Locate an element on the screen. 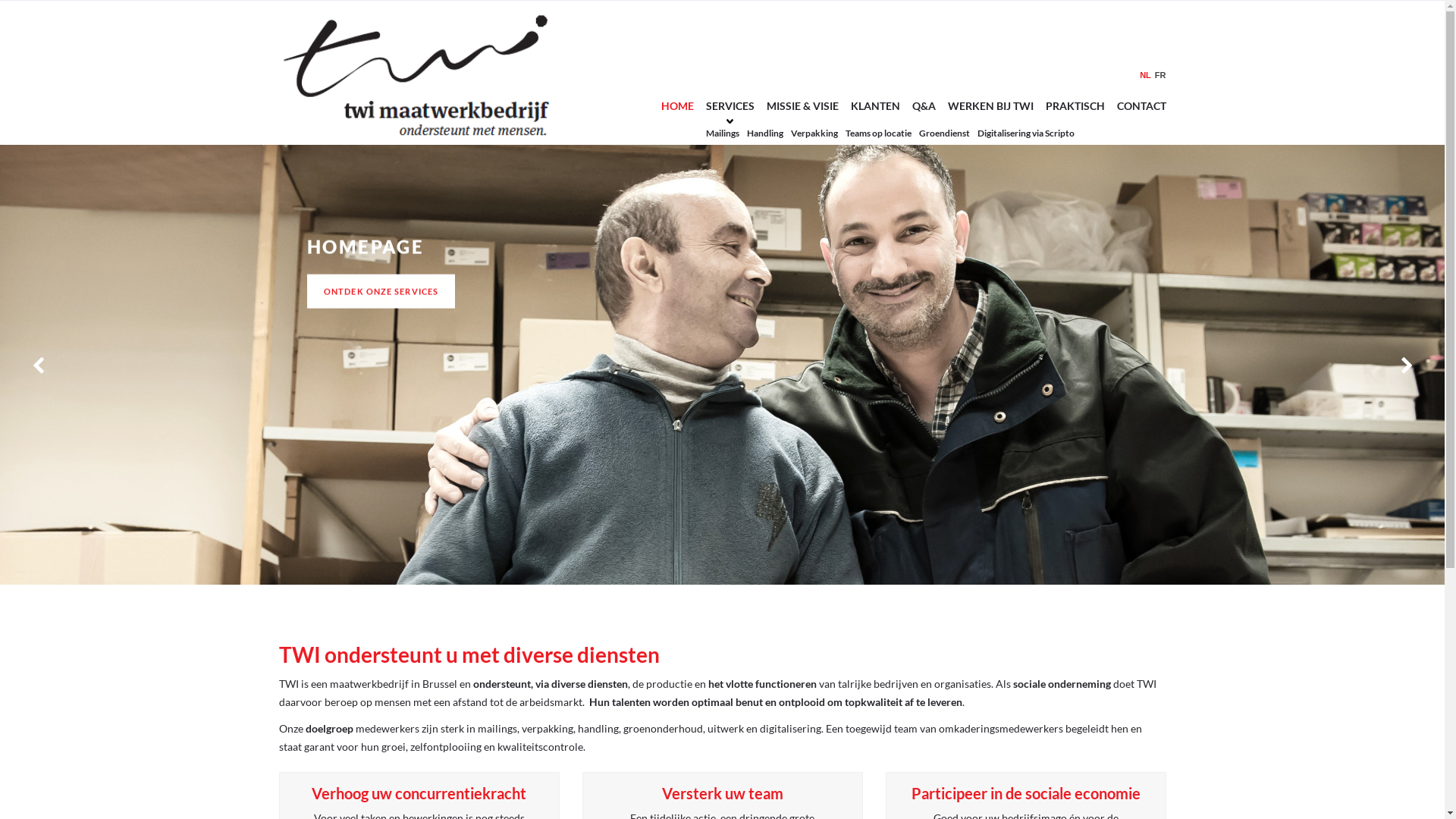  'KLANTEN' is located at coordinates (875, 105).